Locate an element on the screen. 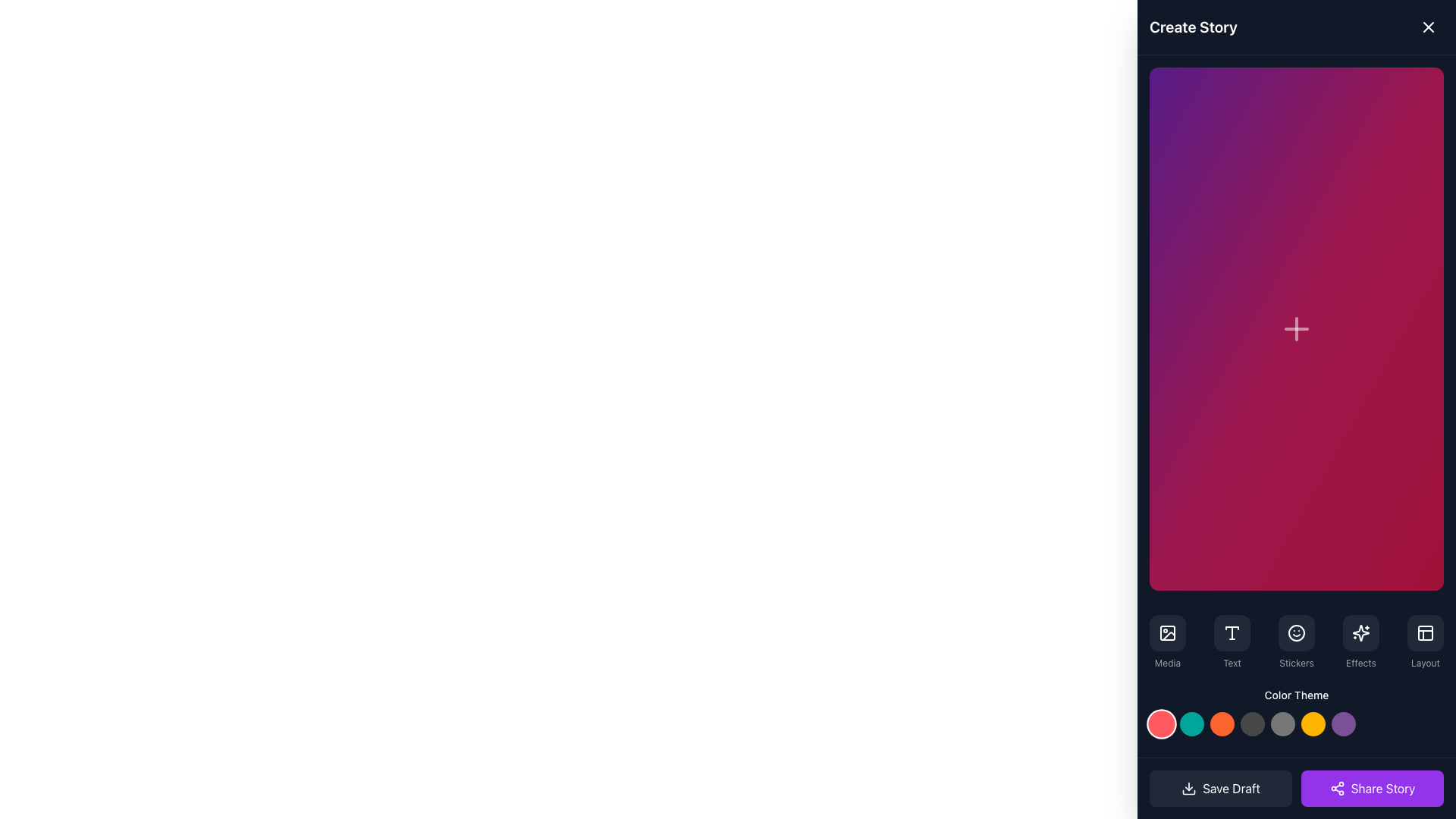 The height and width of the screenshot is (819, 1456). the sixth button in the color theme selection row is located at coordinates (1313, 722).